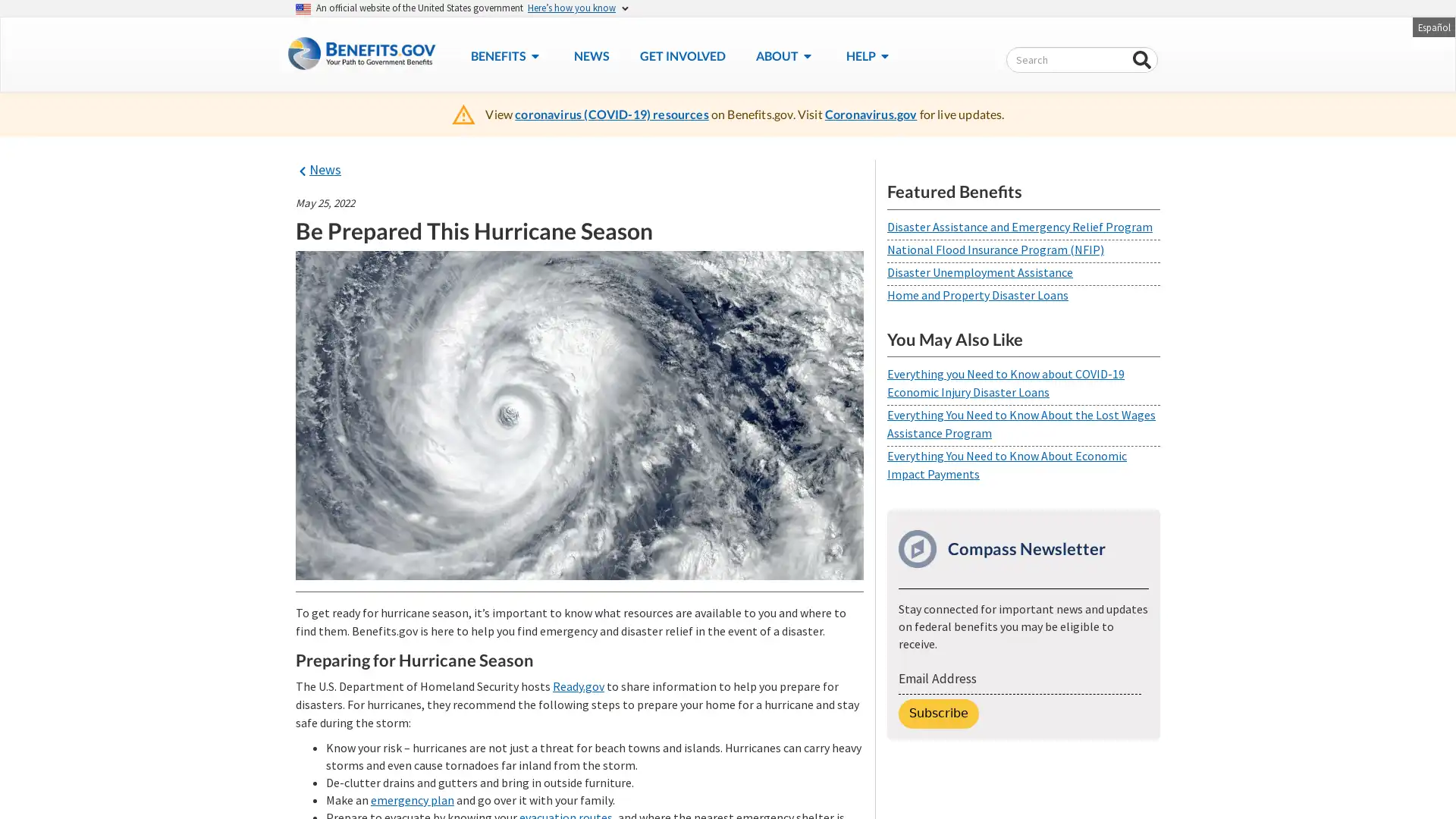  I want to click on GET INVOLVED, so click(681, 55).